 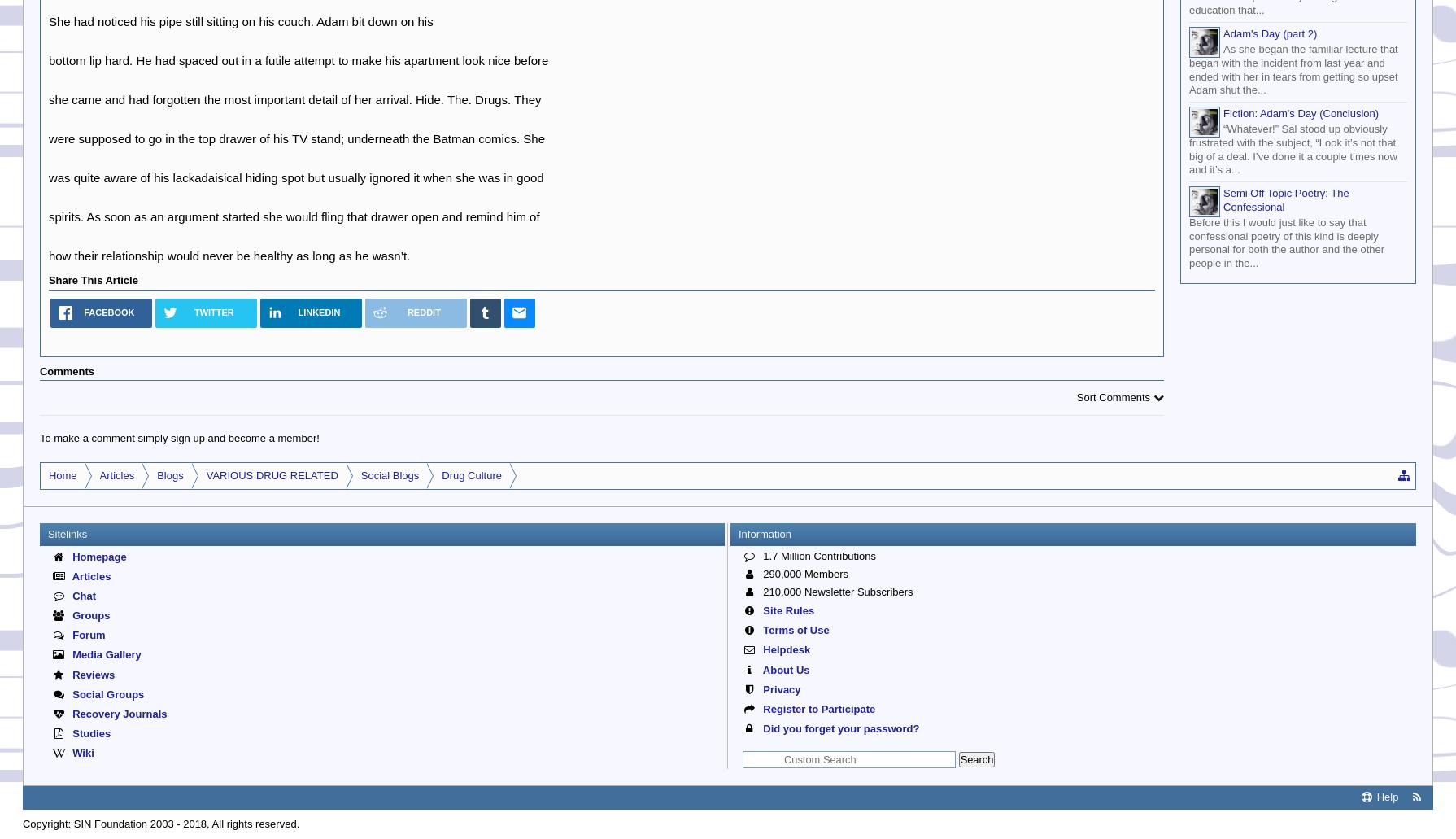 What do you see at coordinates (81, 752) in the screenshot?
I see `'Wiki'` at bounding box center [81, 752].